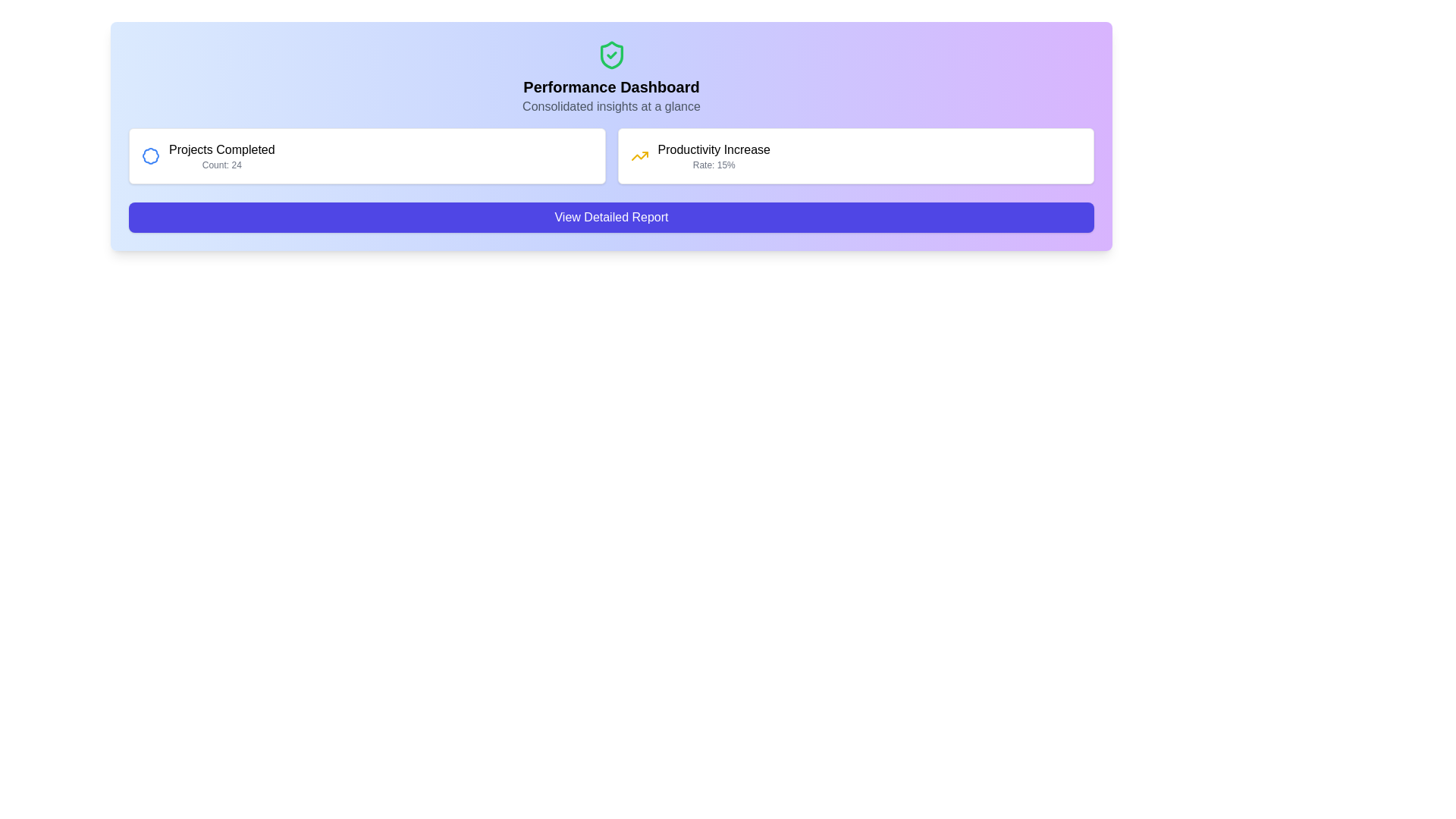 The image size is (1456, 819). Describe the element at coordinates (611, 87) in the screenshot. I see `the text heading 'Performance Dashboard' which is styled in bold and larger than surrounding text, located near the top of the interface` at that location.